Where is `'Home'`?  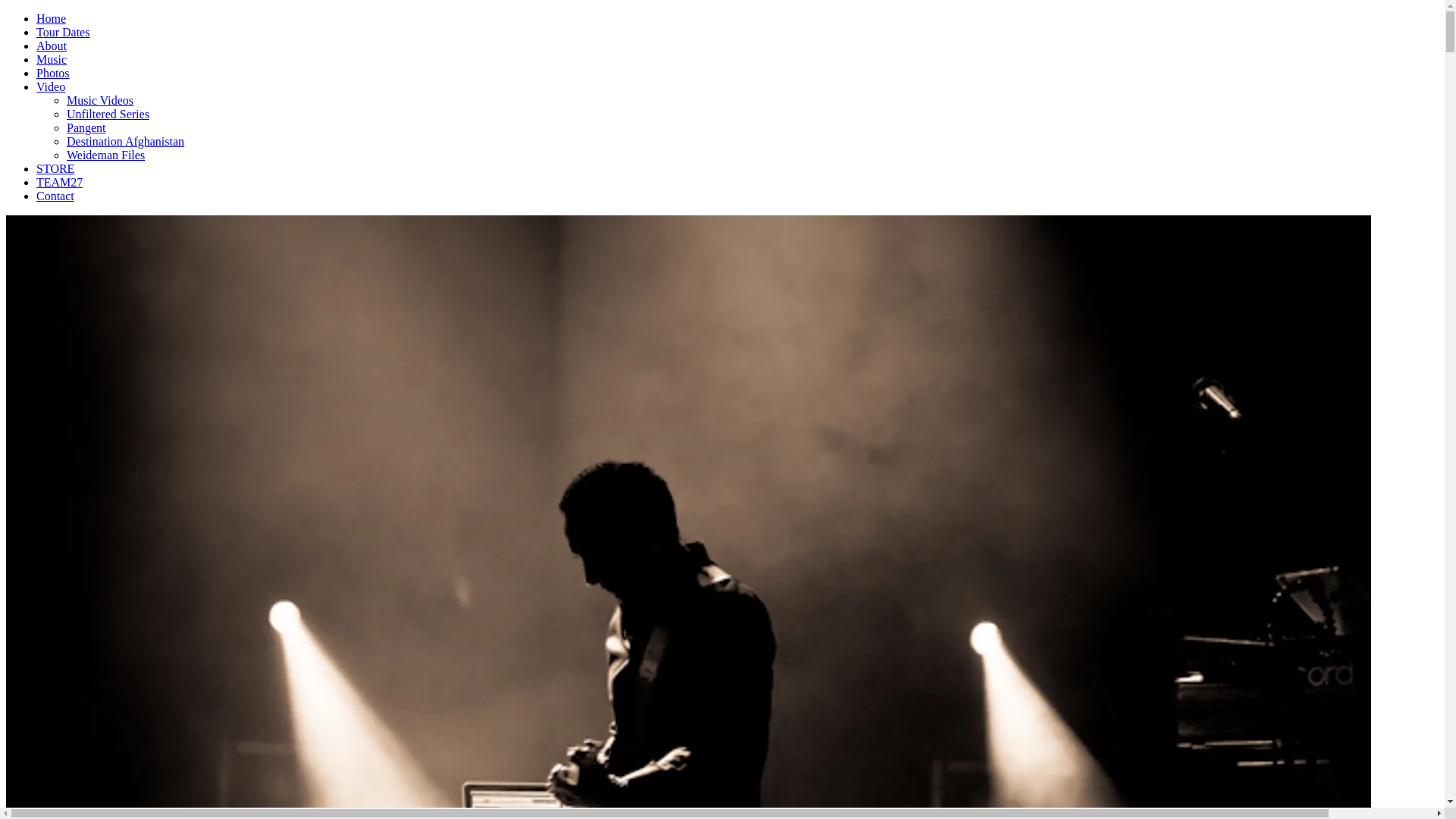 'Home' is located at coordinates (51, 18).